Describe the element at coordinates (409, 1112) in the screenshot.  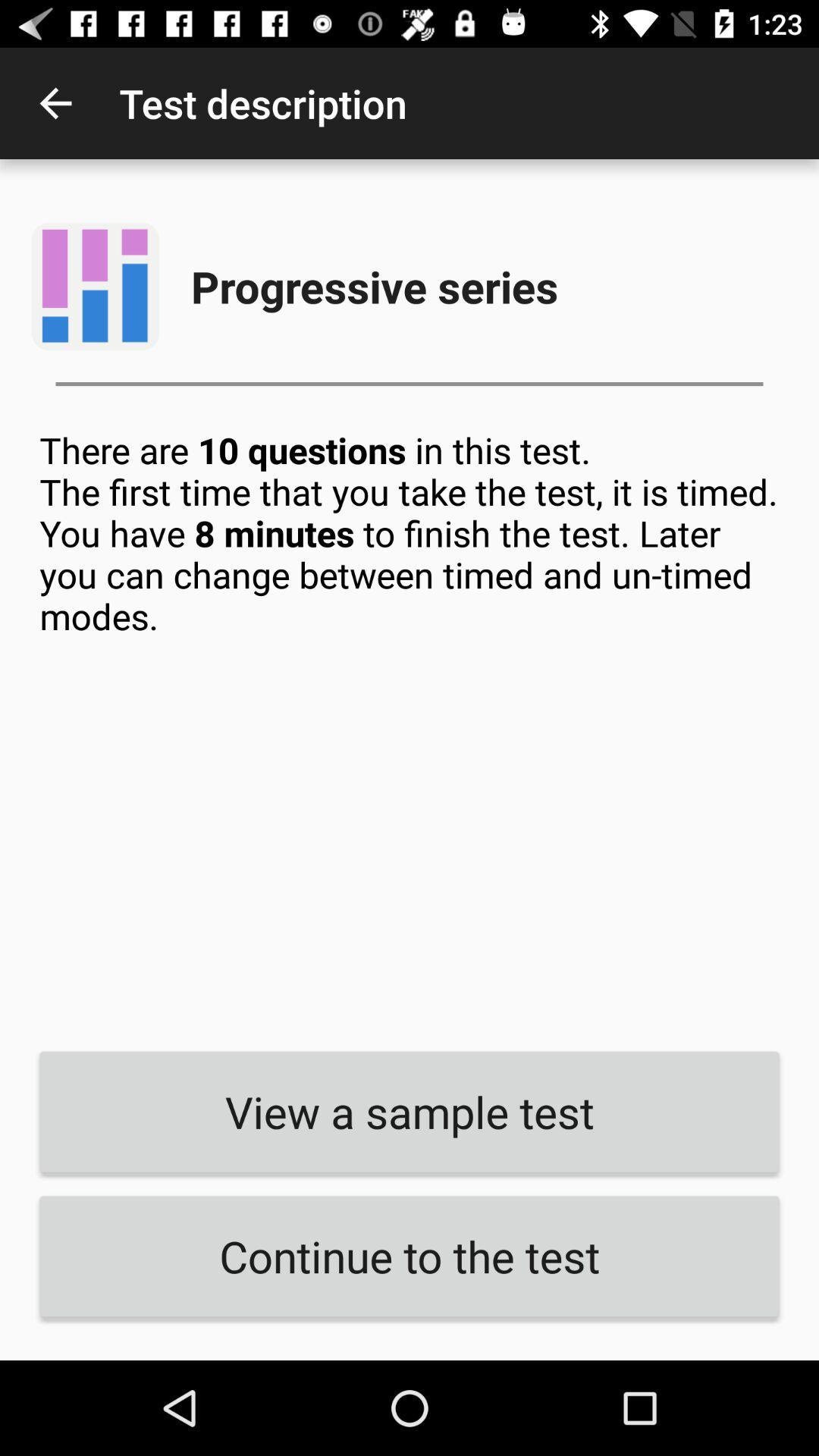
I see `the view a sample icon` at that location.